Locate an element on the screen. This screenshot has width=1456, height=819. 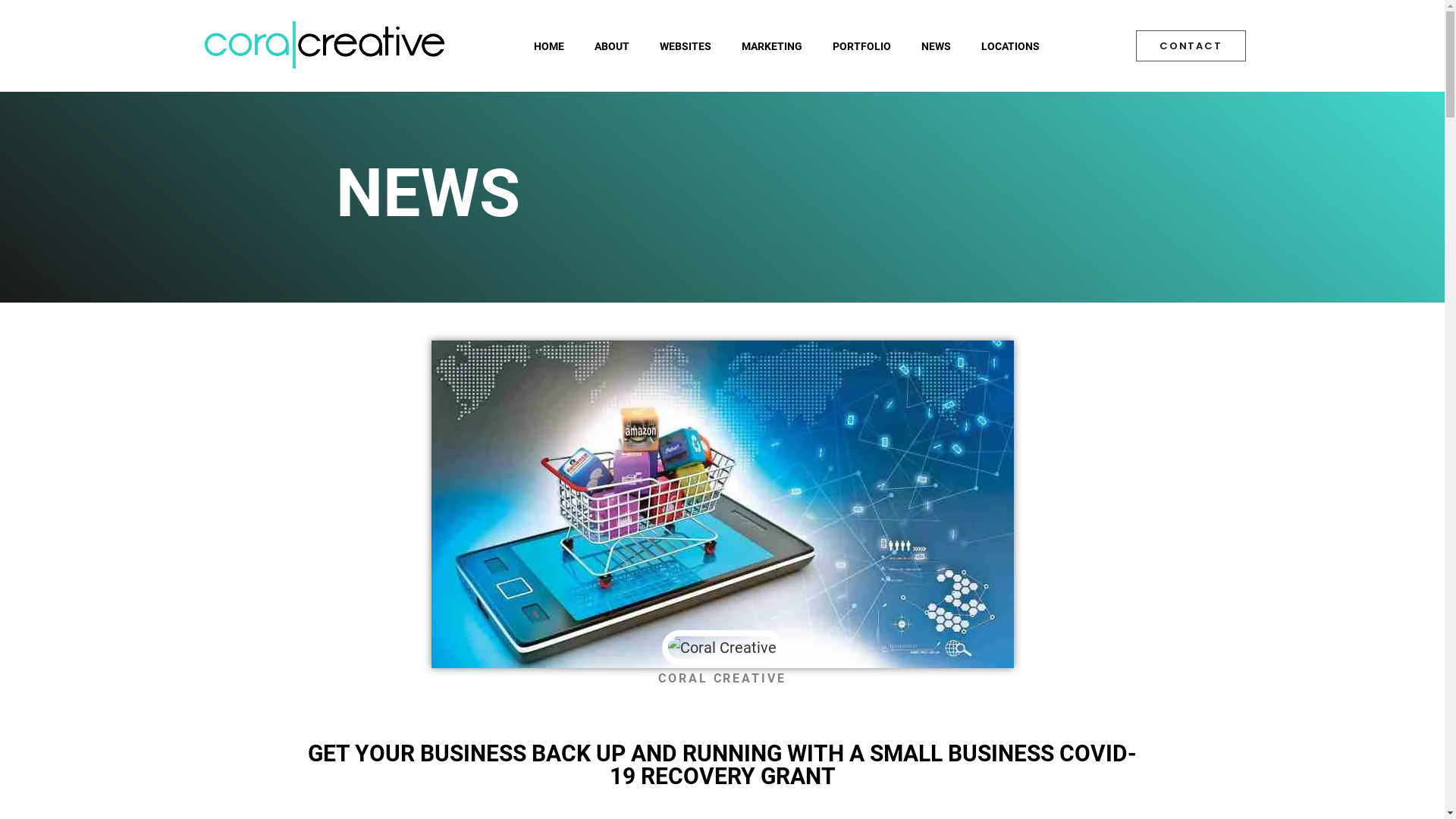
'WEBSITES' is located at coordinates (684, 45).